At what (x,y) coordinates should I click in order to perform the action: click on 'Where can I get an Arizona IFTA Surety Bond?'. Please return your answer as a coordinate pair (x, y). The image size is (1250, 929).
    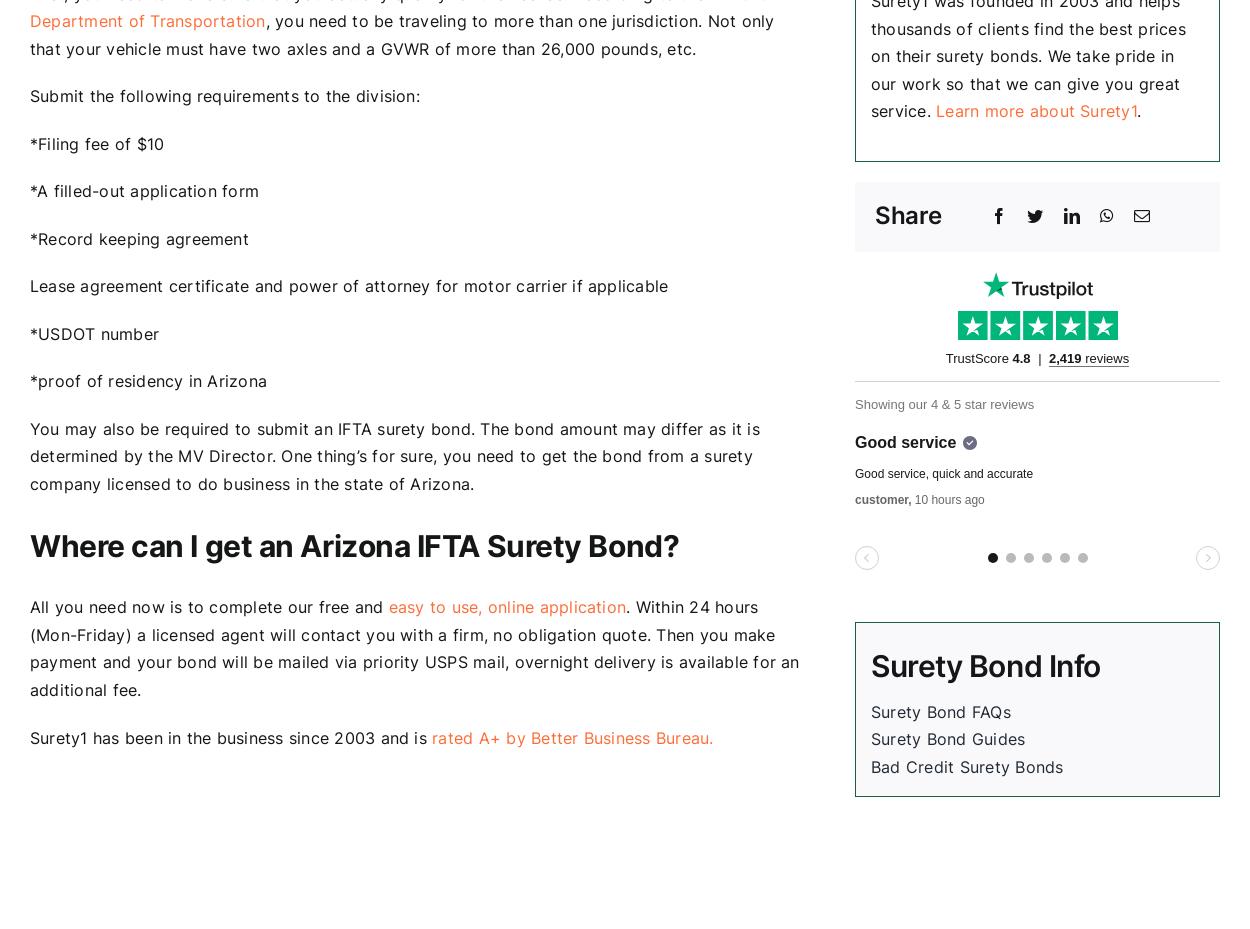
    Looking at the image, I should click on (28, 545).